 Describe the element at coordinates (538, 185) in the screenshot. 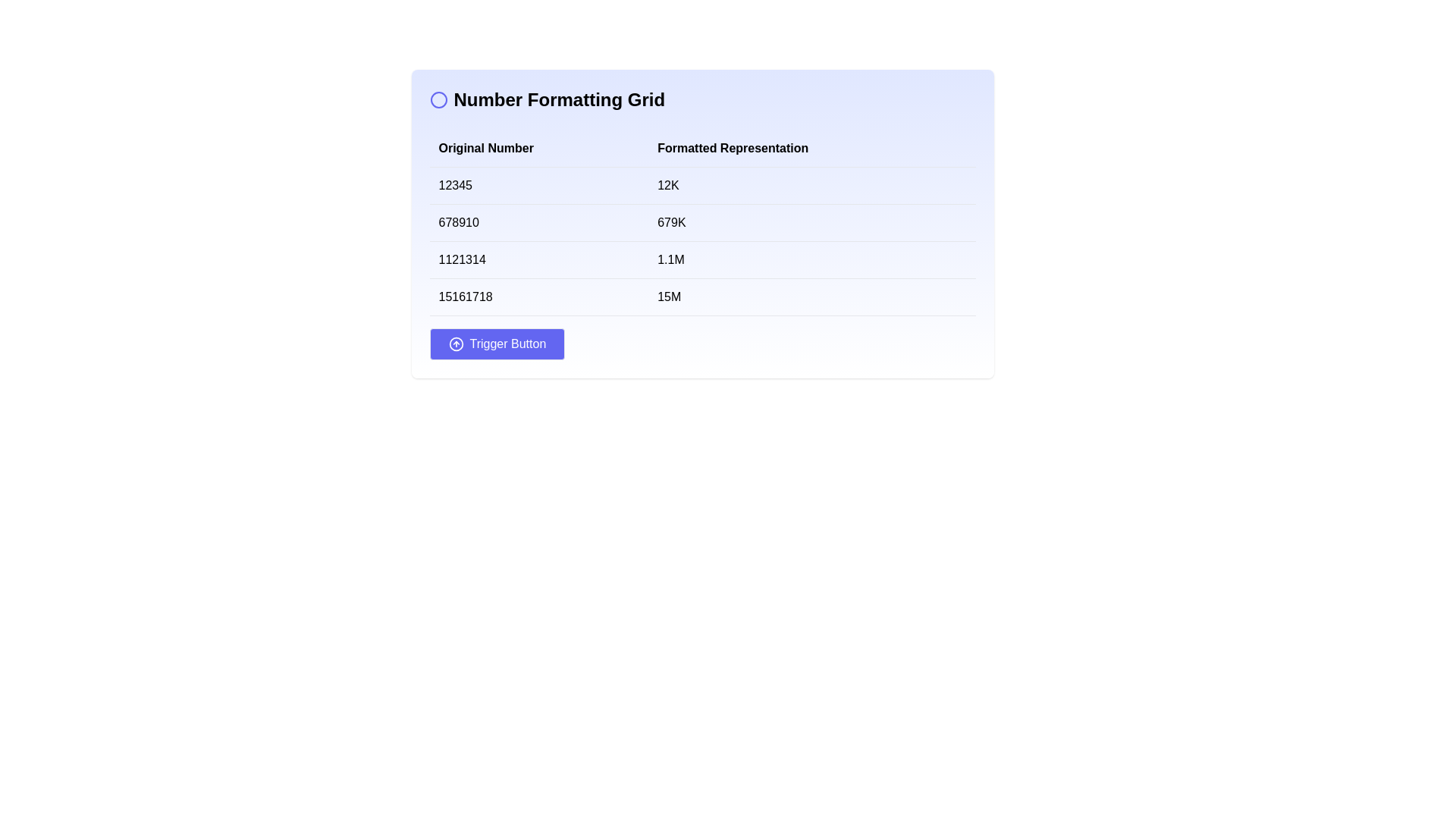

I see `the Data cell displaying '12345', which is located at the leftmost end of the first row in the data grid under the 'Original Number' column, to interact with the table features` at that location.